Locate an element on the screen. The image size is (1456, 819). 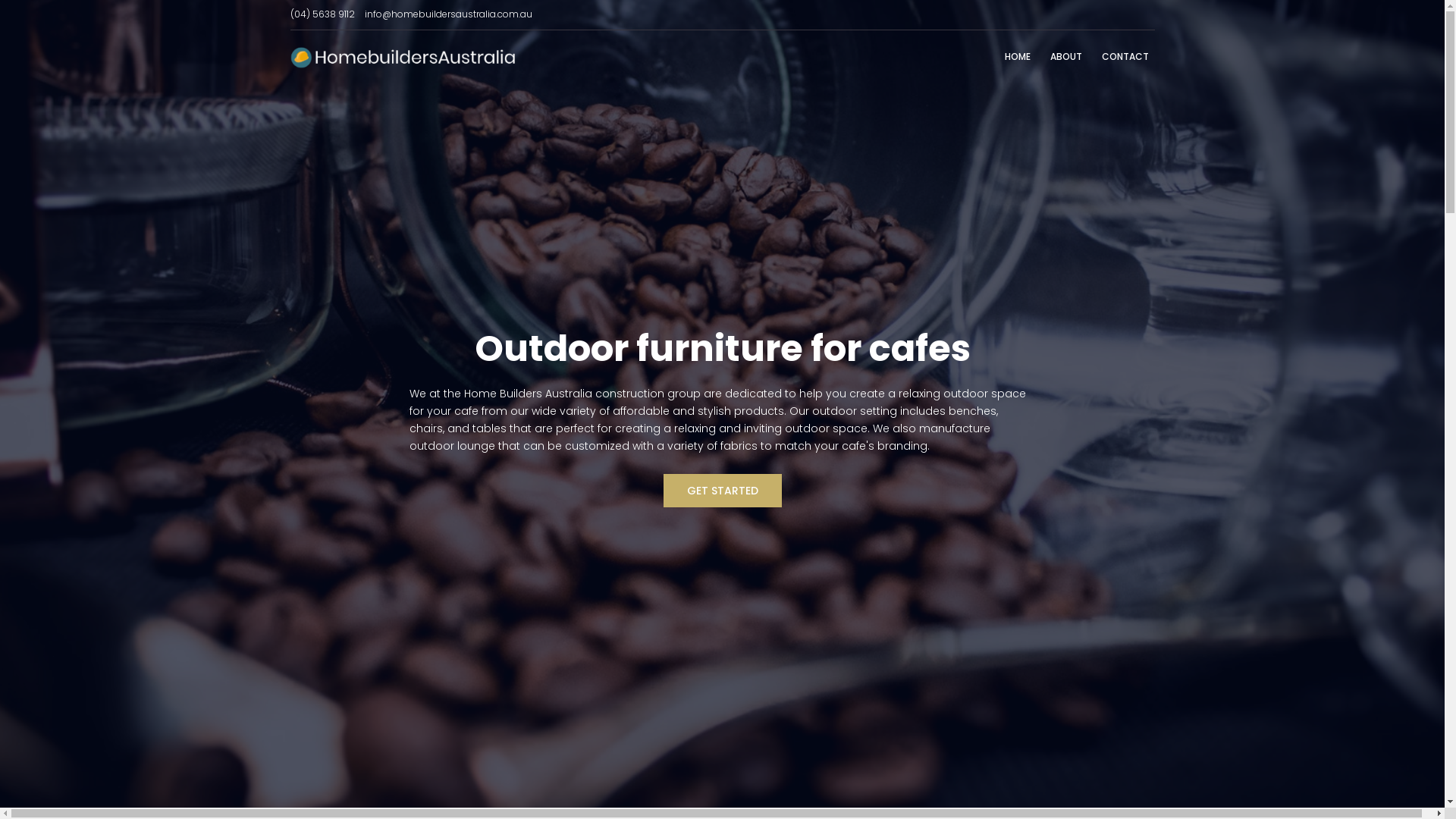
'info@homebuildersaustralia.com.au' is located at coordinates (447, 14).